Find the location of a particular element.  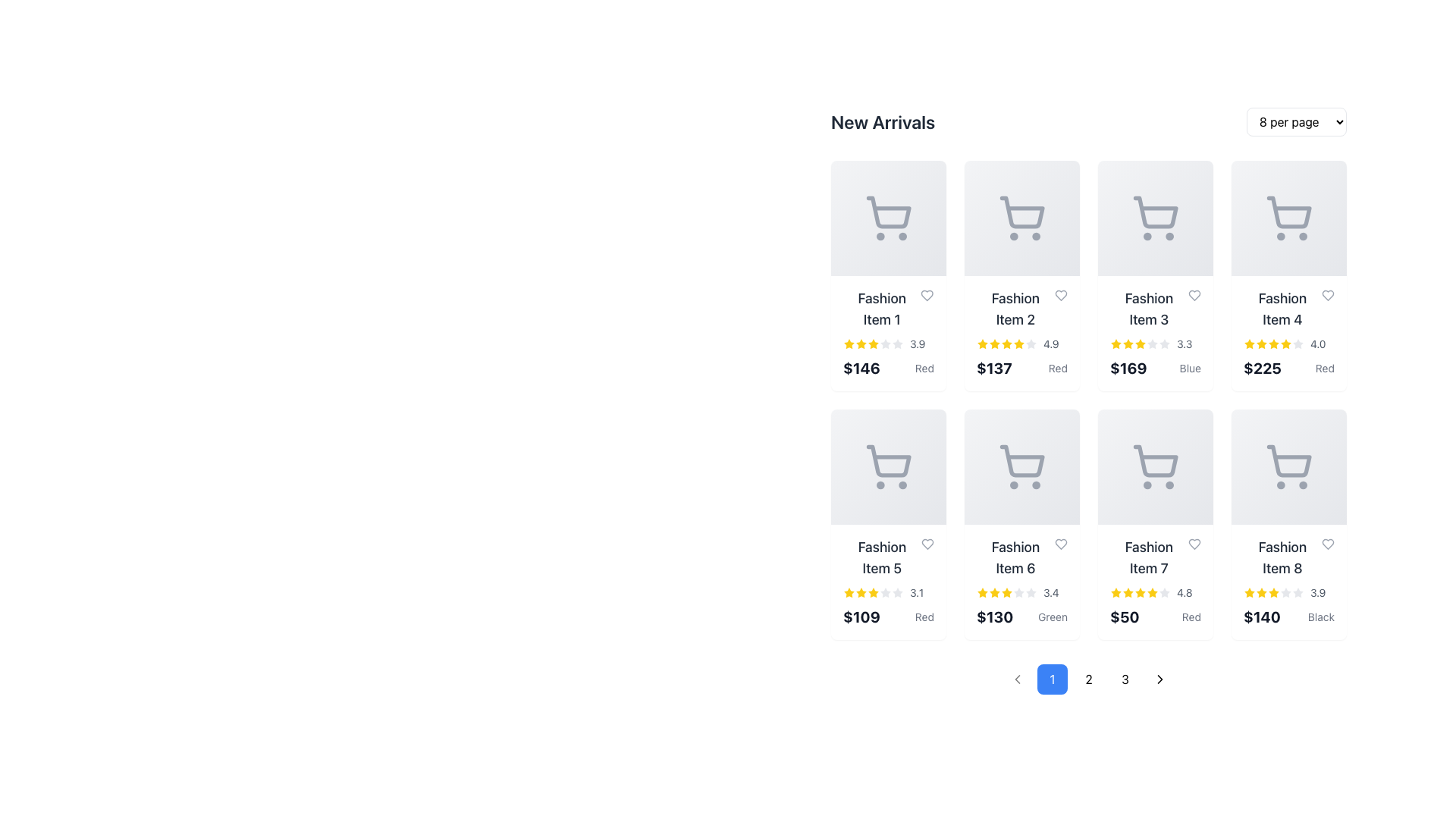

the fourth star icon in the second row of the five-star rating for 'Fashion Item 7' to indicate the product's quality score is located at coordinates (1139, 591).